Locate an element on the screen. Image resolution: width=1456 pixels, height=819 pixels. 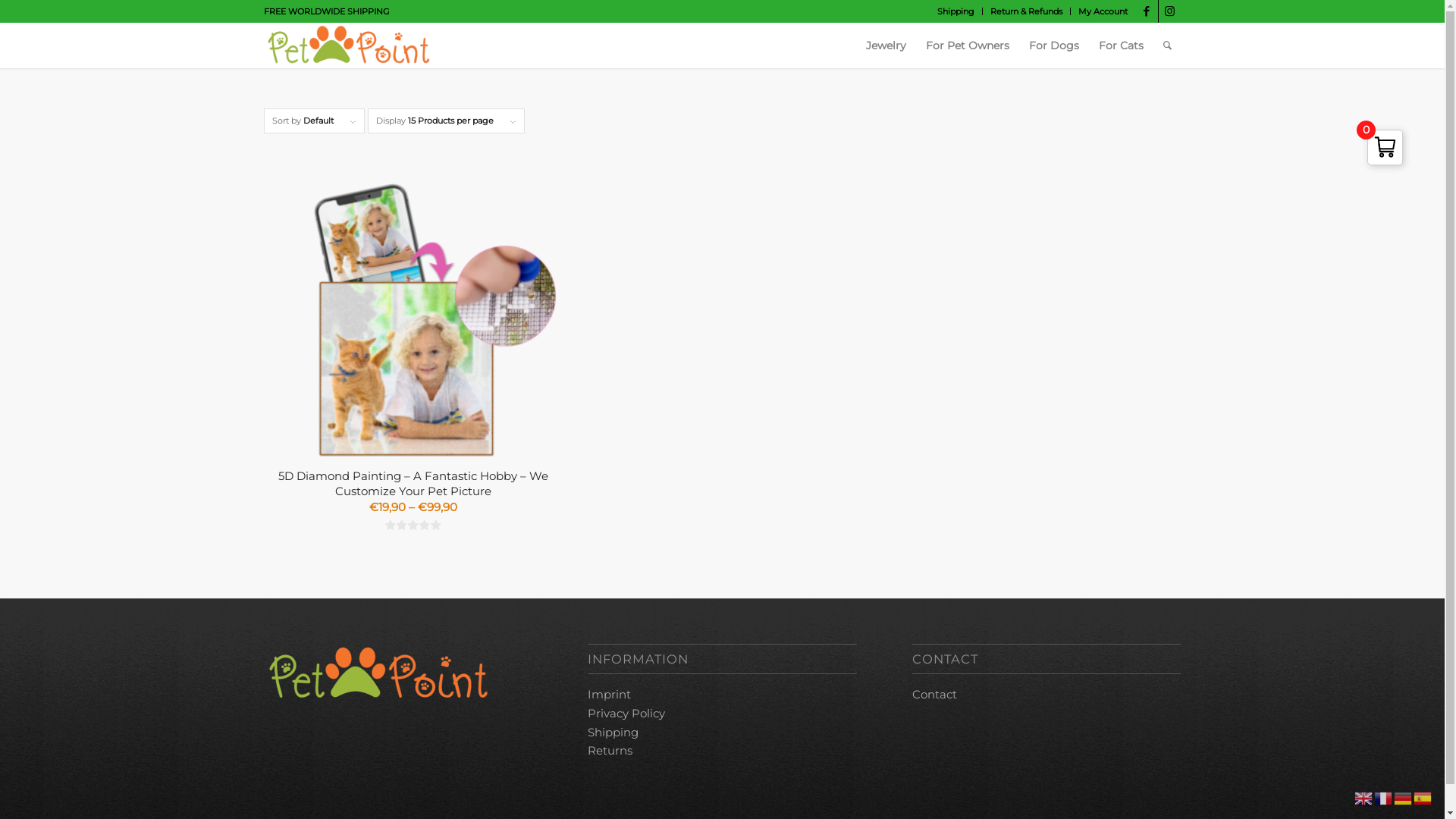
'German' is located at coordinates (1403, 796).